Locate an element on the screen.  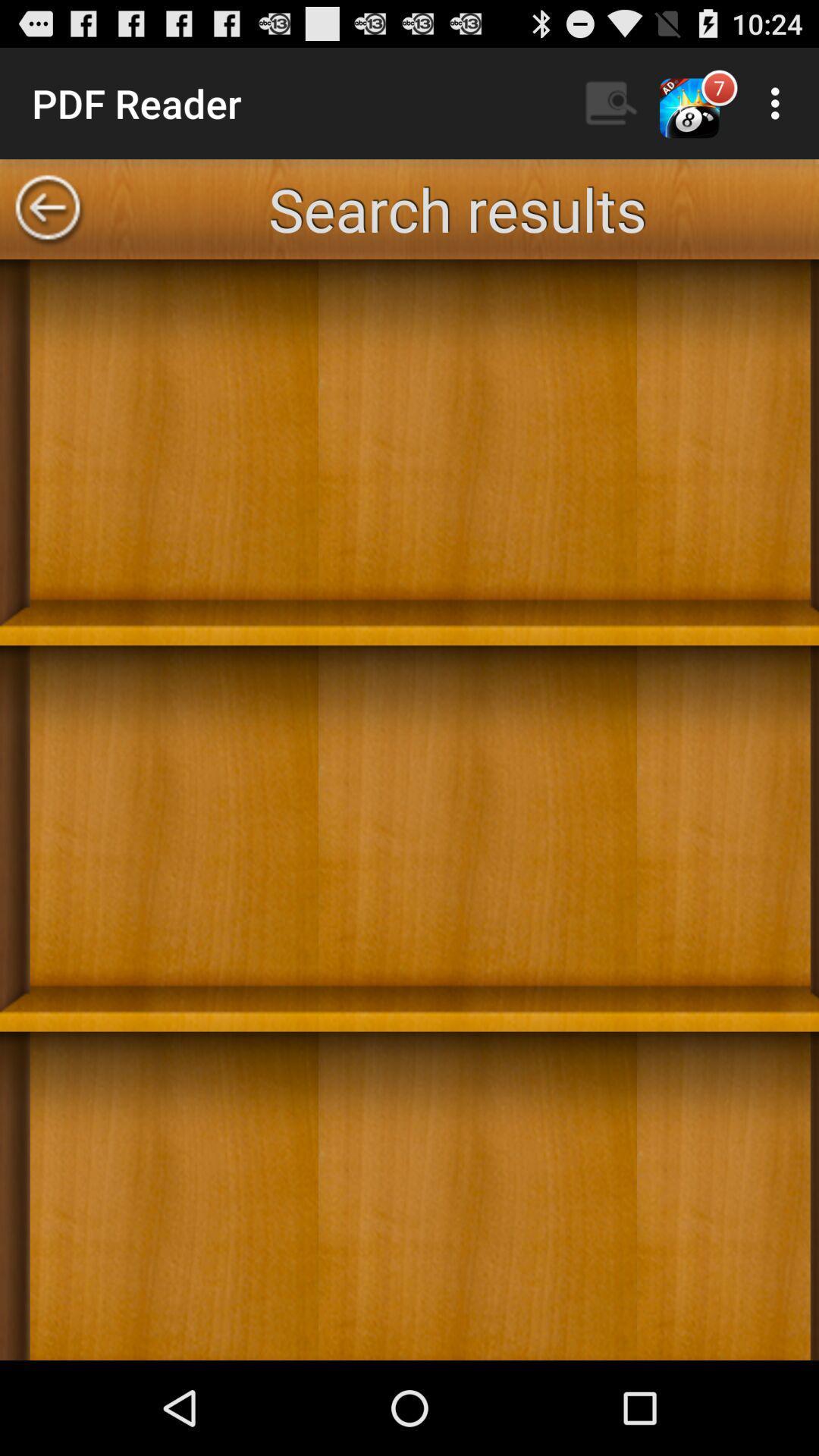
item below pdf reader app is located at coordinates (46, 209).